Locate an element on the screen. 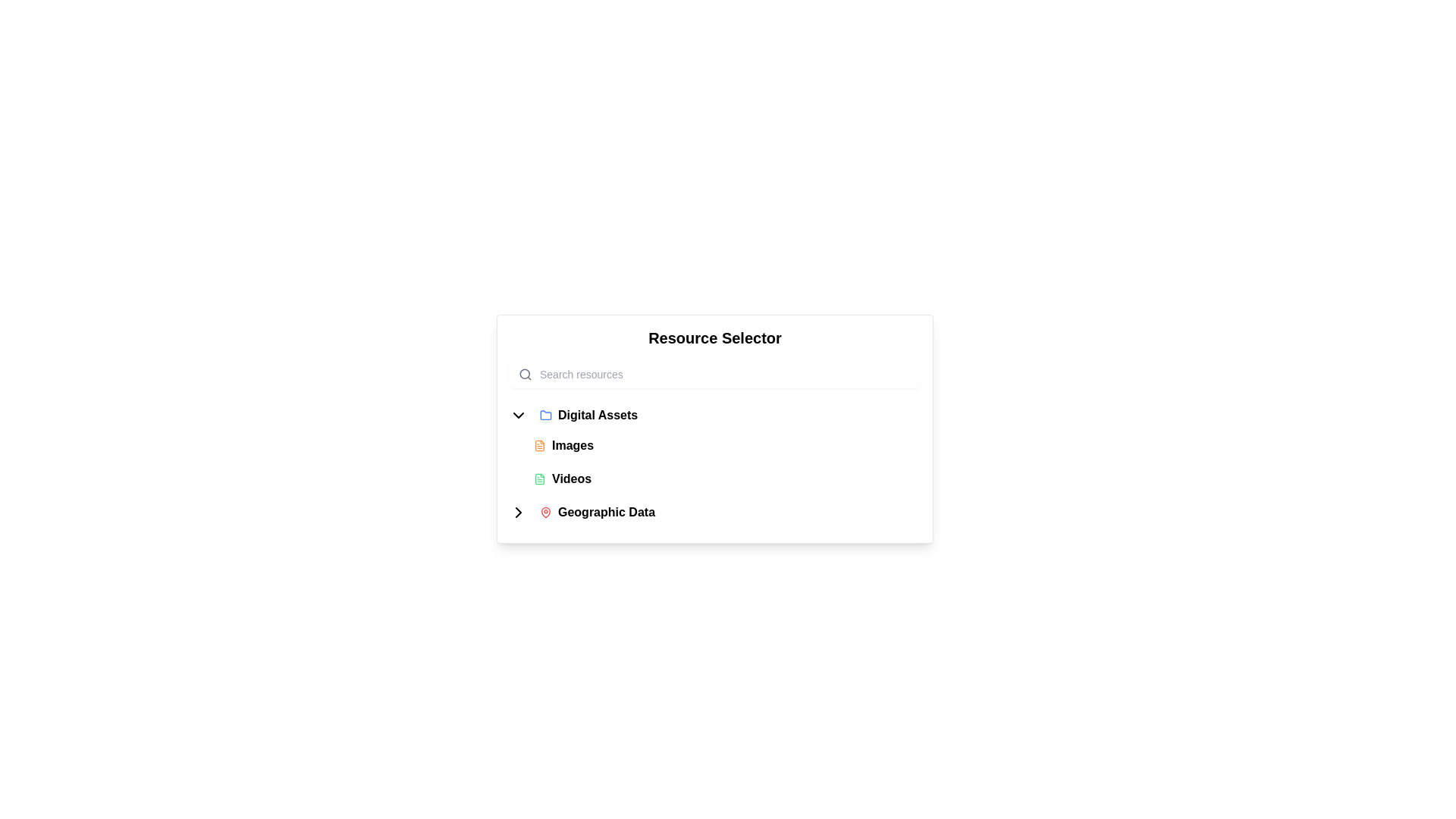 This screenshot has width=1456, height=819. the button labeled 'Images' is located at coordinates (572, 444).